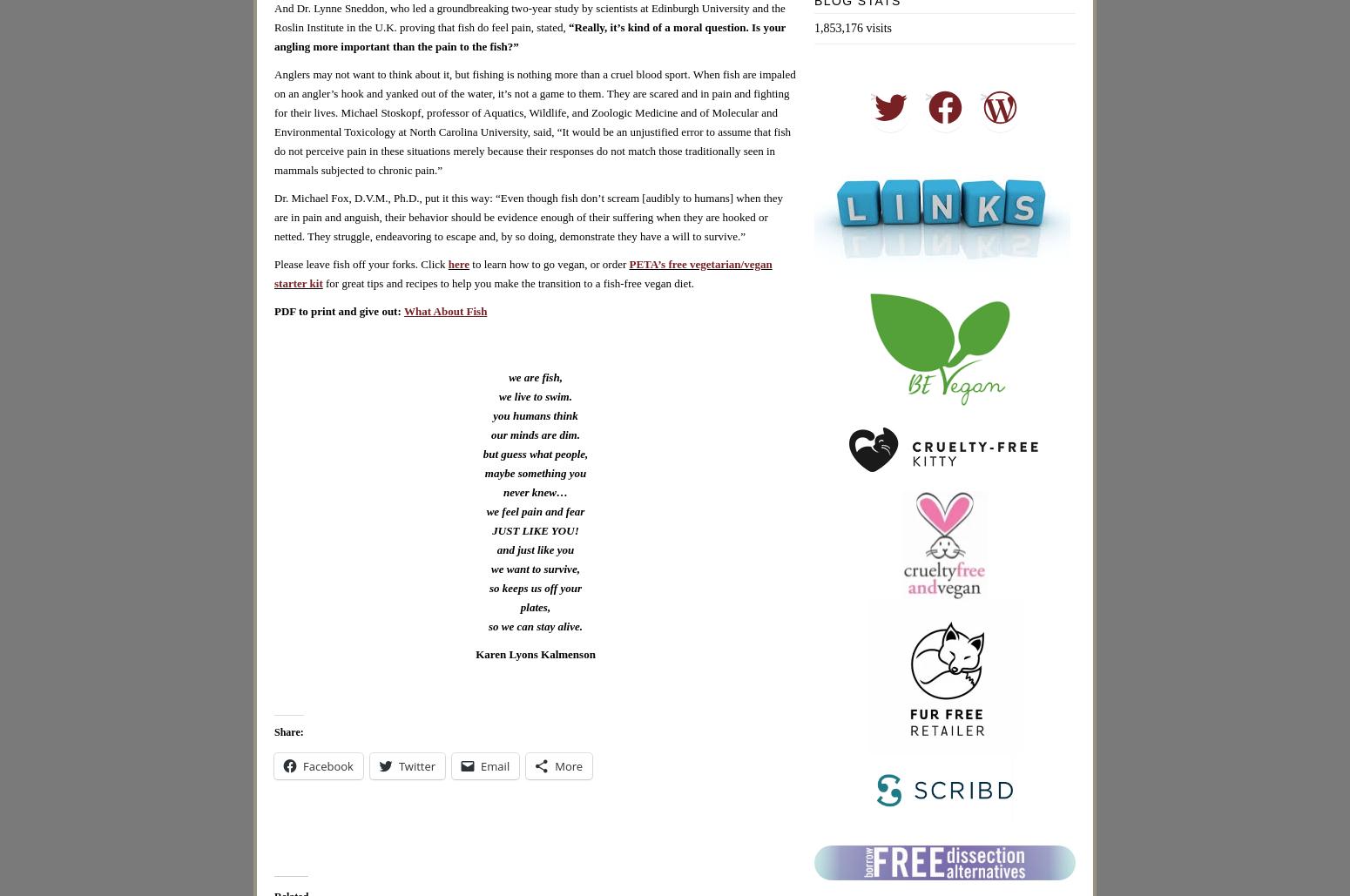 This screenshot has height=896, width=1350. Describe the element at coordinates (287, 731) in the screenshot. I see `'Share:'` at that location.